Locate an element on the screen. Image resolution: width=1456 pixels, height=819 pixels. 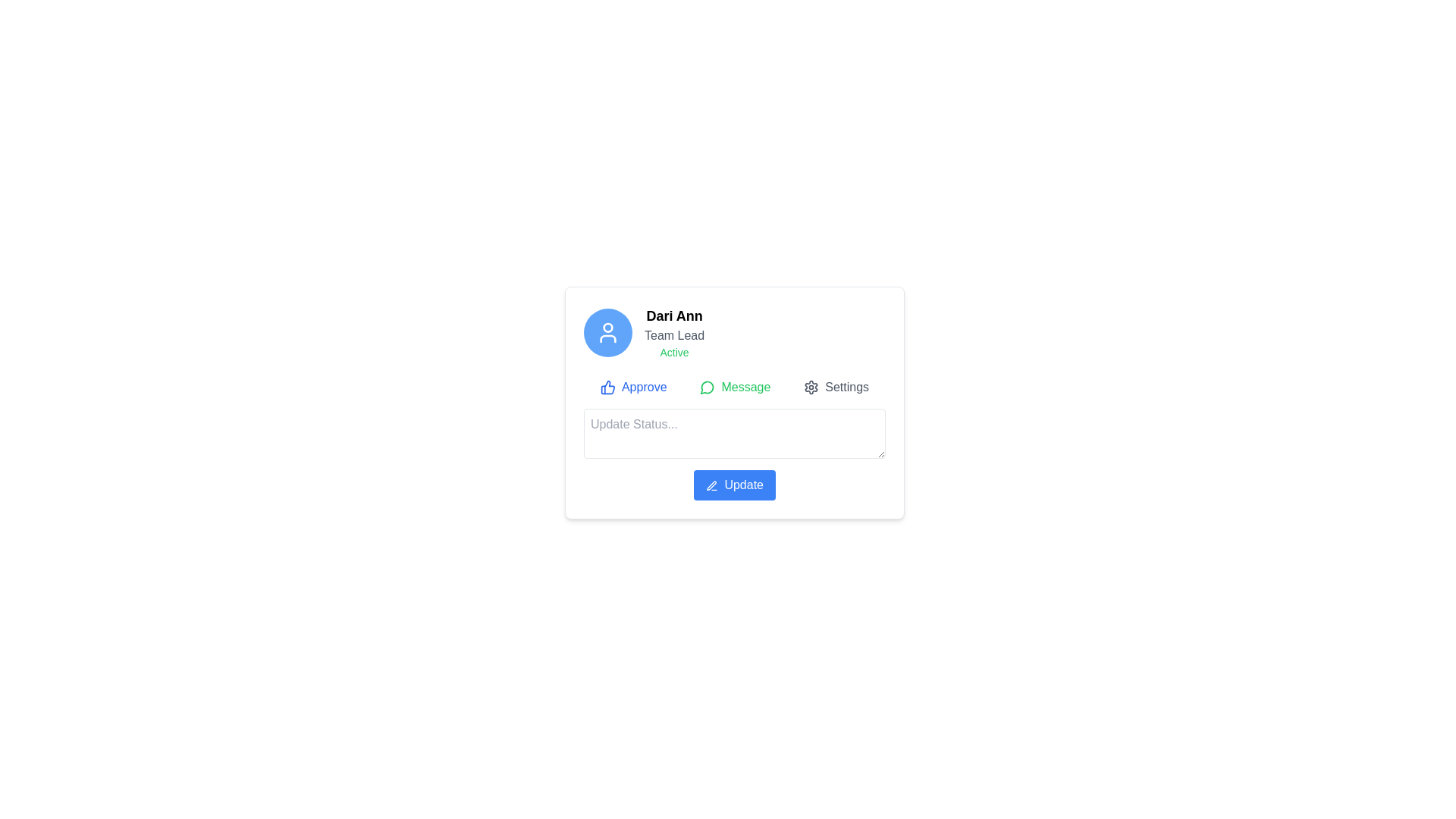
editing icon within the 'Update' button located near the bottom center of the card interface is located at coordinates (711, 485).